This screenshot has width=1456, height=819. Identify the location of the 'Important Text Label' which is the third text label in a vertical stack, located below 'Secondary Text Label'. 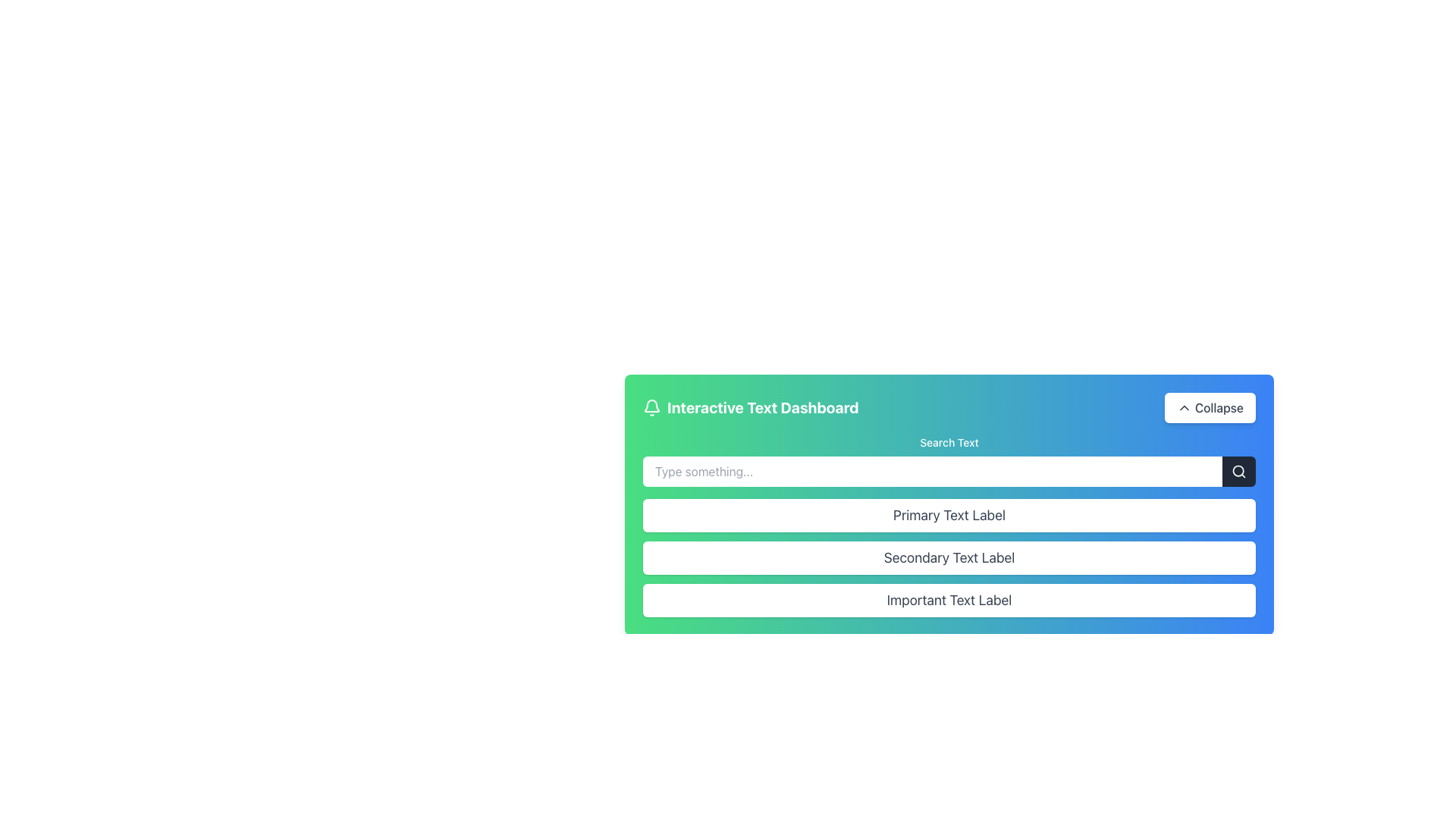
(949, 599).